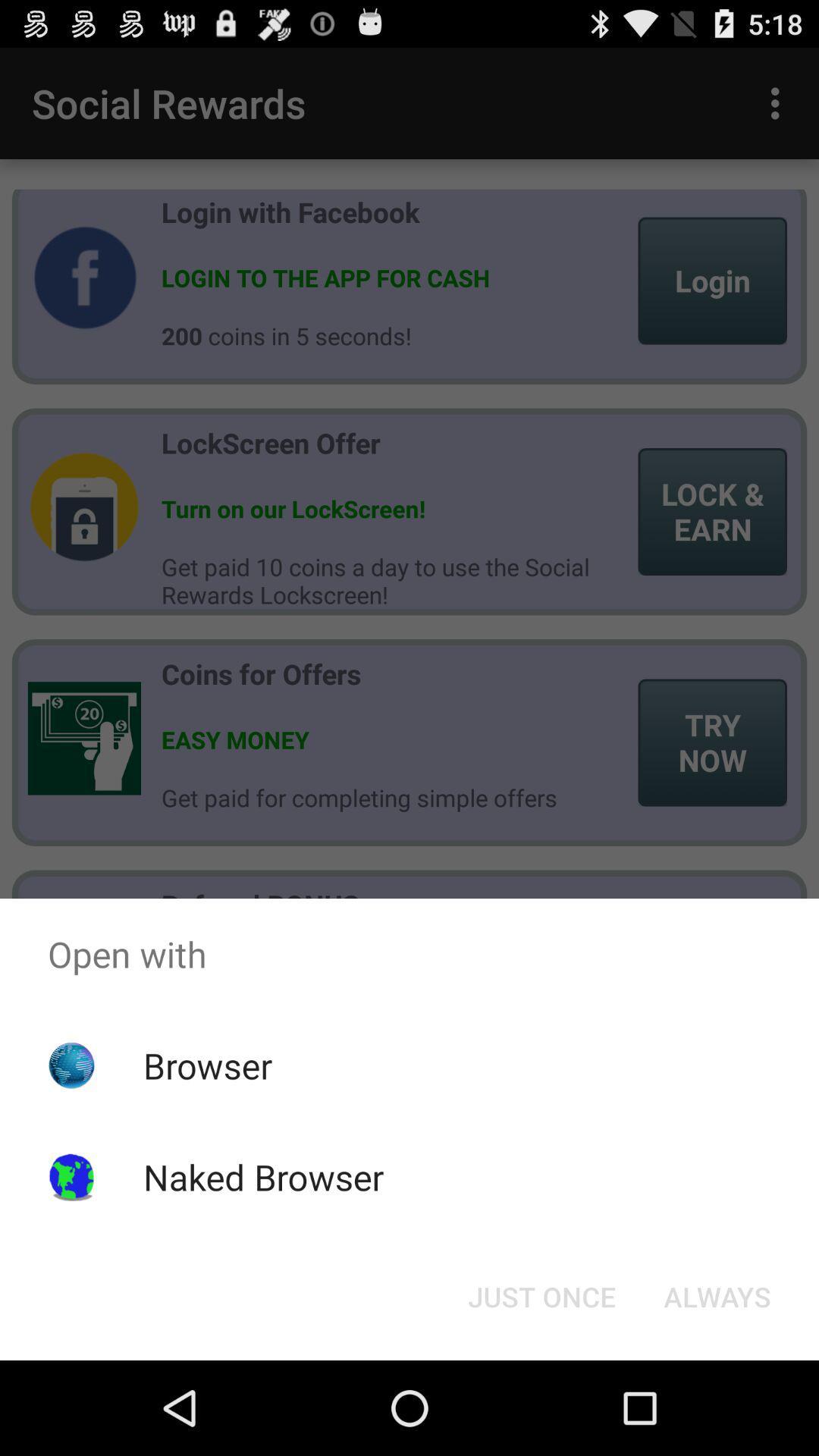  I want to click on always at the bottom right corner, so click(717, 1295).